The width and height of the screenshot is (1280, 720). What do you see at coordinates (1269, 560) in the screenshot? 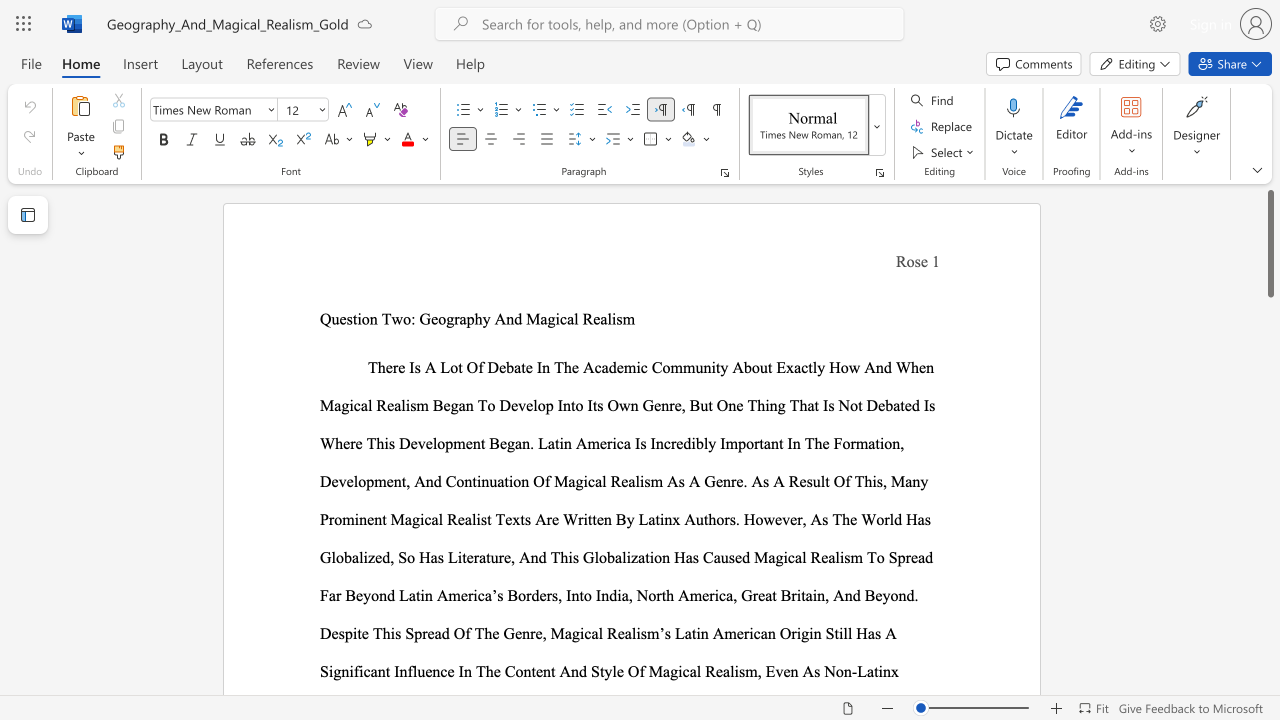
I see `the right-hand scrollbar to descend the page` at bounding box center [1269, 560].